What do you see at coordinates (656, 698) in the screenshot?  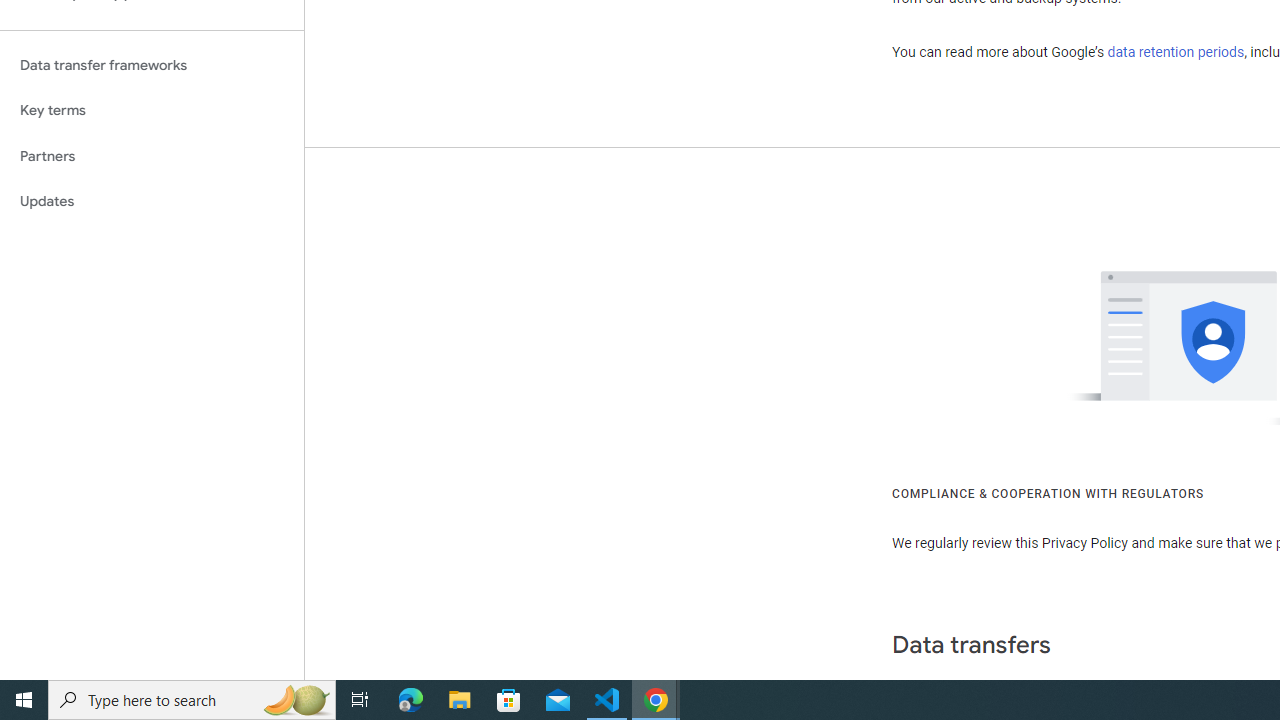 I see `'Google Chrome - 2 running windows'` at bounding box center [656, 698].